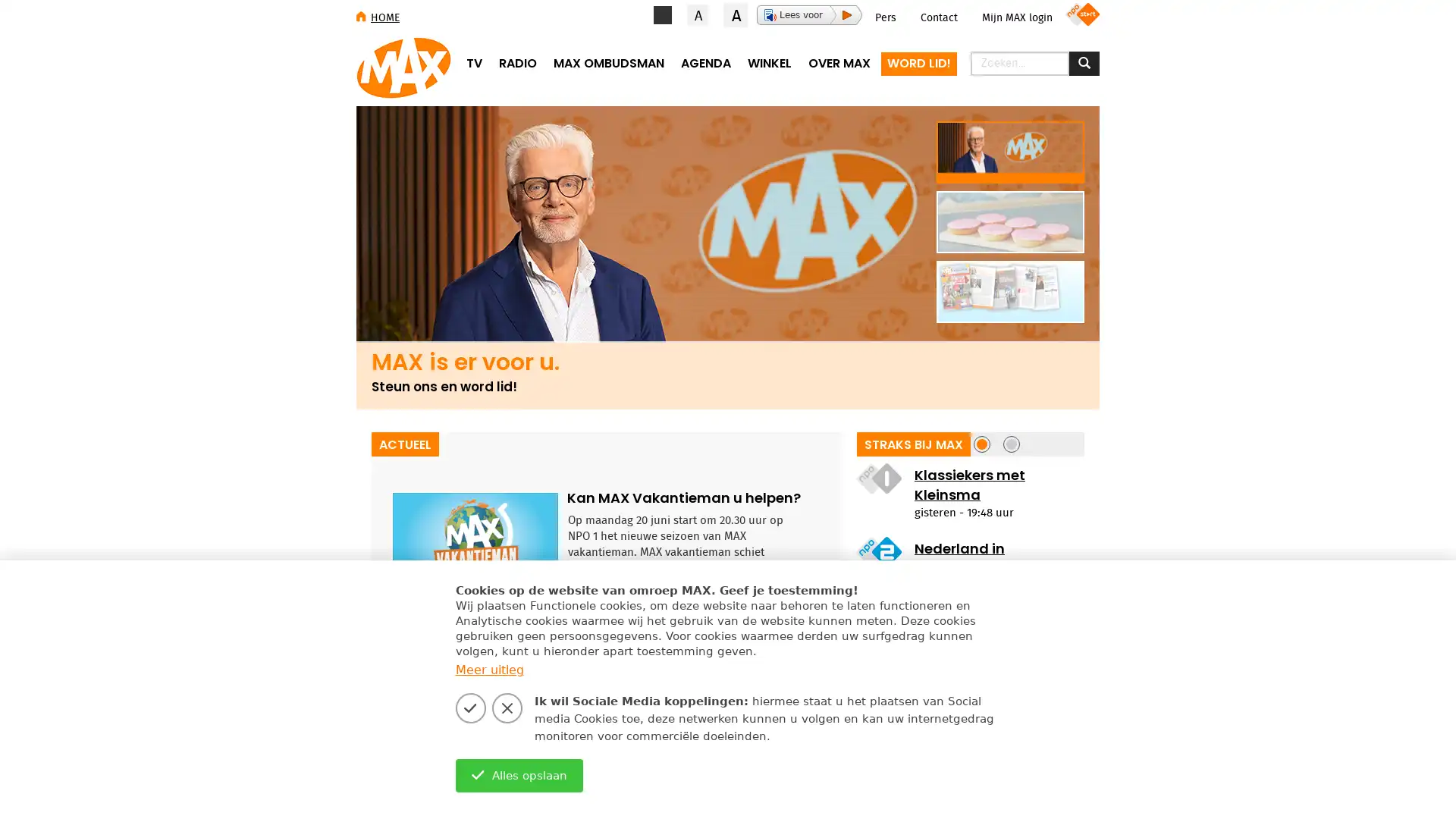 The image size is (1456, 819). Describe the element at coordinates (808, 14) in the screenshot. I see `Lees voor` at that location.